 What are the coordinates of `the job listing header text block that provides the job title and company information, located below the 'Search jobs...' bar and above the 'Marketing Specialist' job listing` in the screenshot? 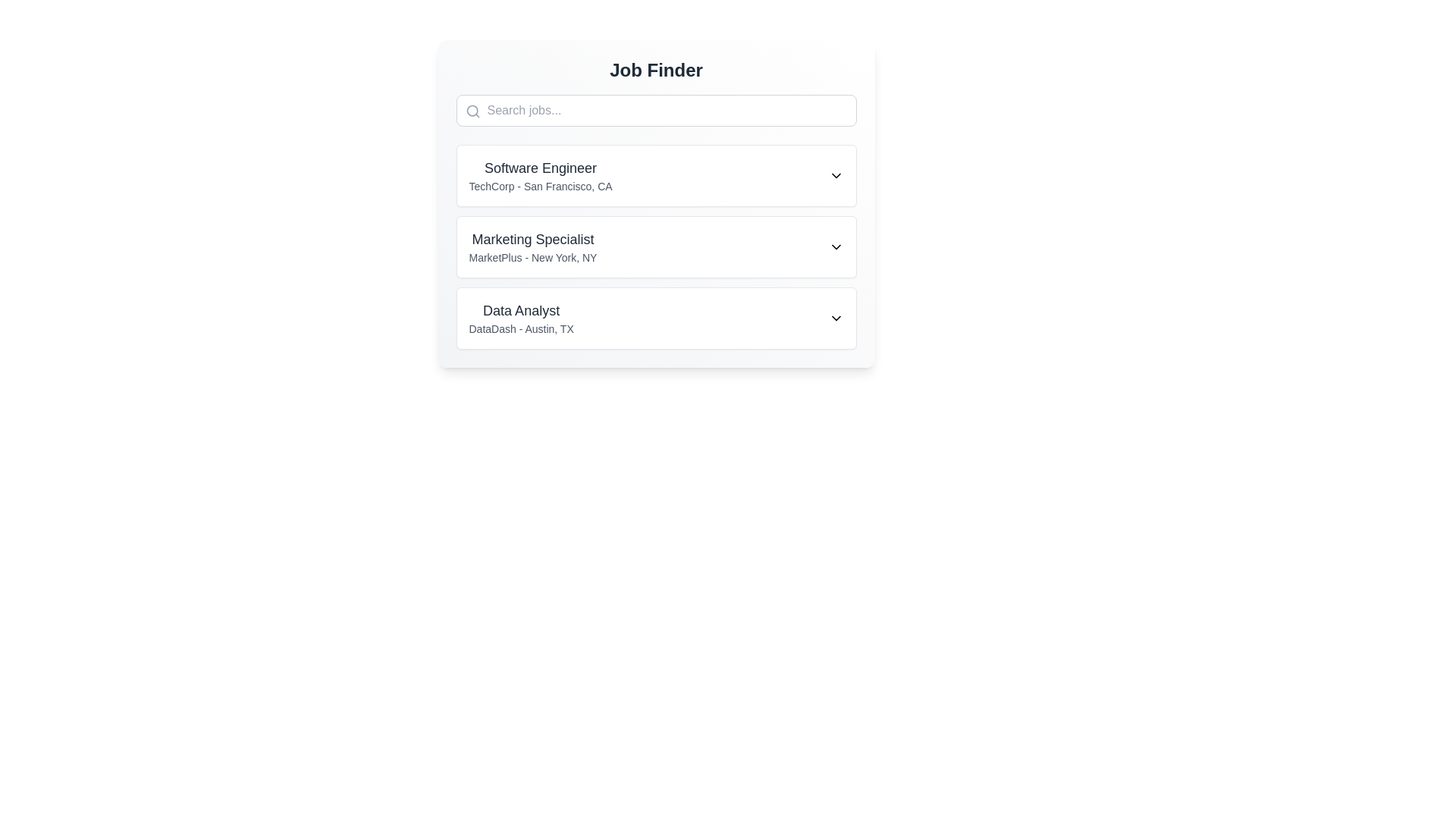 It's located at (541, 174).